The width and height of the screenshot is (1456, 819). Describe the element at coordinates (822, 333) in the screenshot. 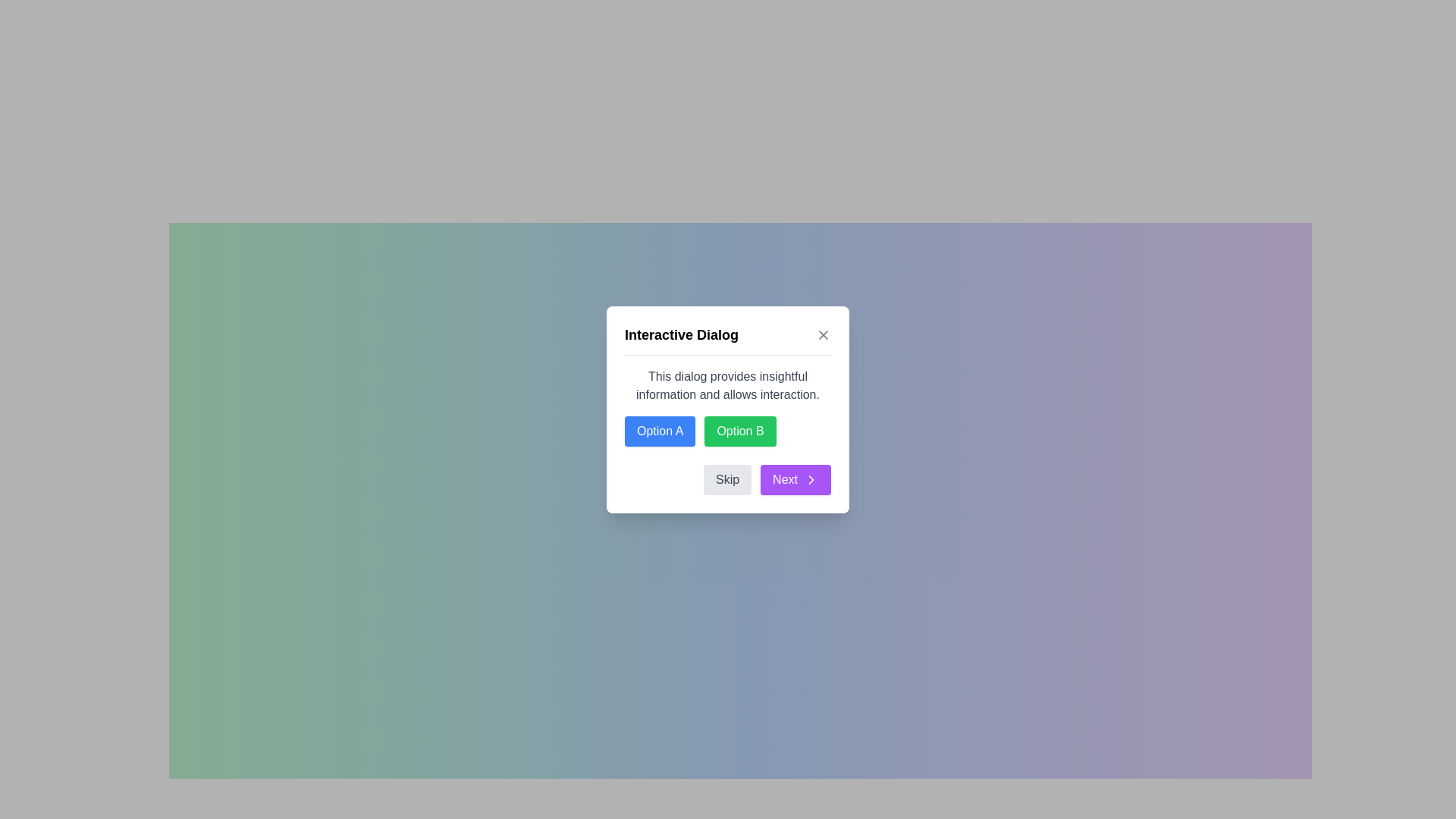

I see `the Close button represented by a minimalist gray square with an 'X' icon located in the top-right corner of the 'Interactive Dialog'` at that location.